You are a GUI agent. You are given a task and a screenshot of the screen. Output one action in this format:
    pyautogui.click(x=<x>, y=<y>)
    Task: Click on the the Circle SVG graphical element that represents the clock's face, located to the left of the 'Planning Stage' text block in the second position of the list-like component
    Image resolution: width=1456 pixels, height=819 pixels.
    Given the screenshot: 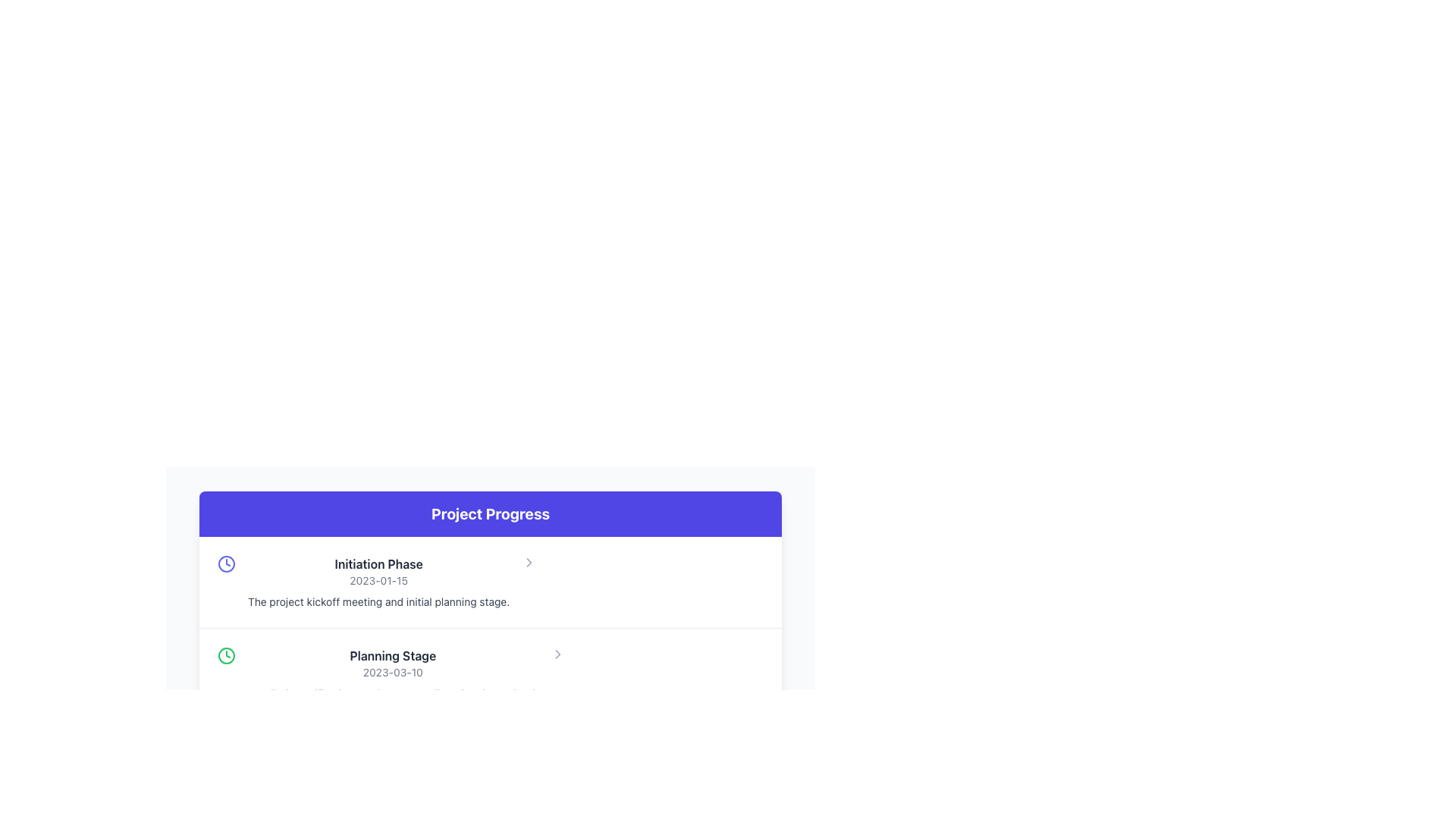 What is the action you would take?
    pyautogui.click(x=225, y=654)
    